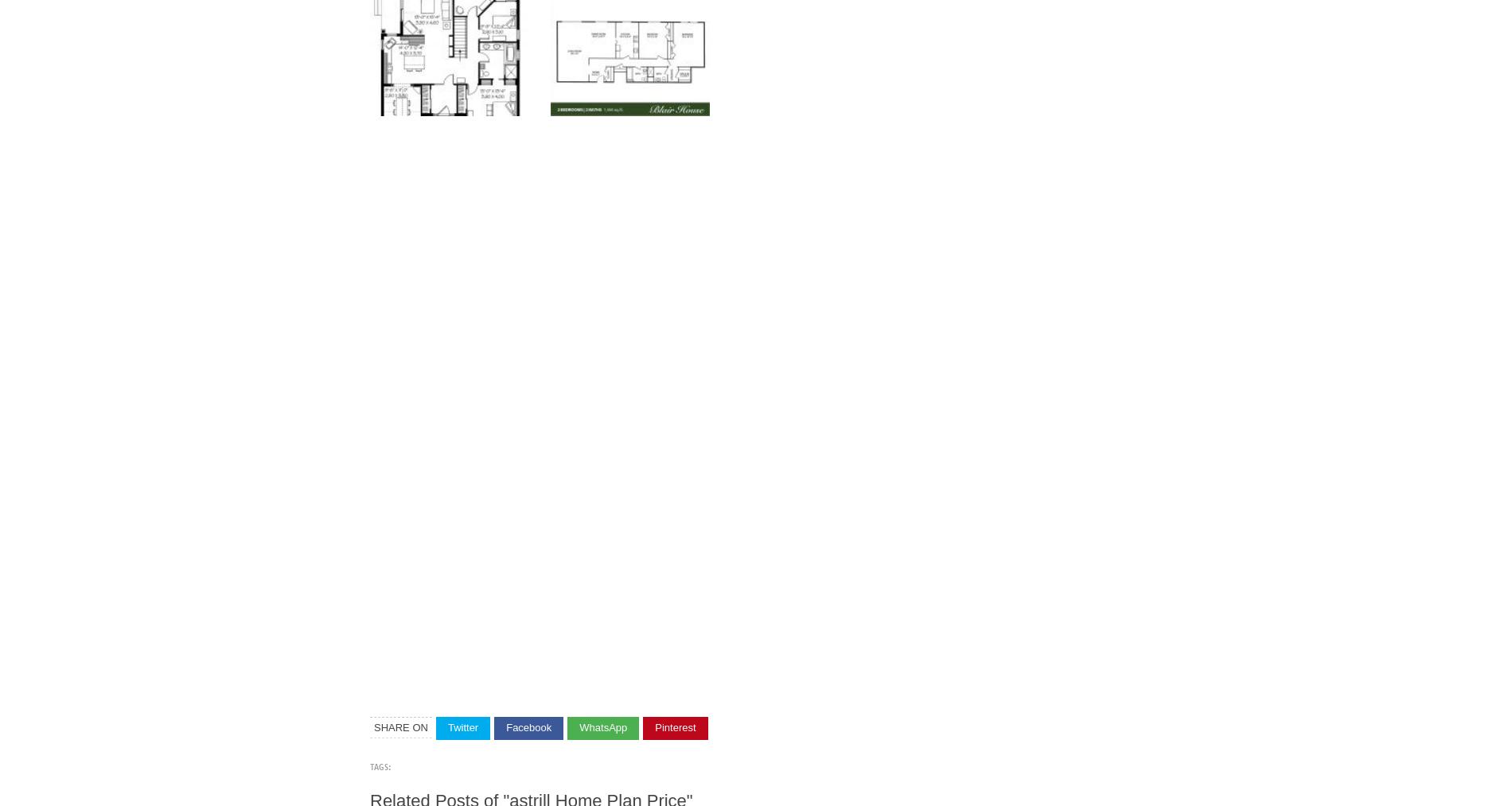  Describe the element at coordinates (527, 115) in the screenshot. I see `'Astrill Home Plan Price Floor Plans and Cost to Build Homes Floor Plans'` at that location.